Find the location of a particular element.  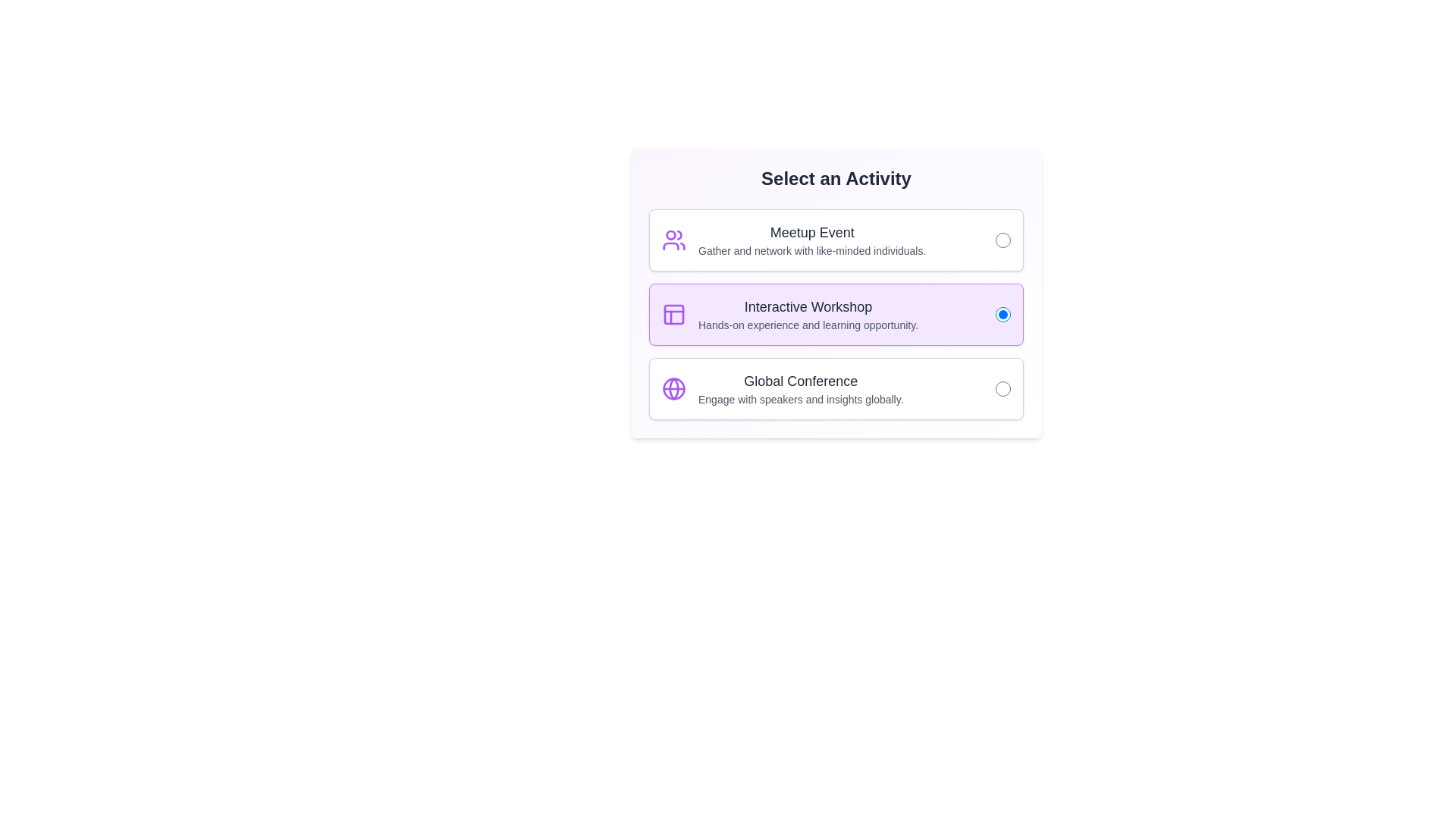

the upper-left decorative graphical component of the 'Interactive Workshop' icon in the activity list is located at coordinates (673, 314).